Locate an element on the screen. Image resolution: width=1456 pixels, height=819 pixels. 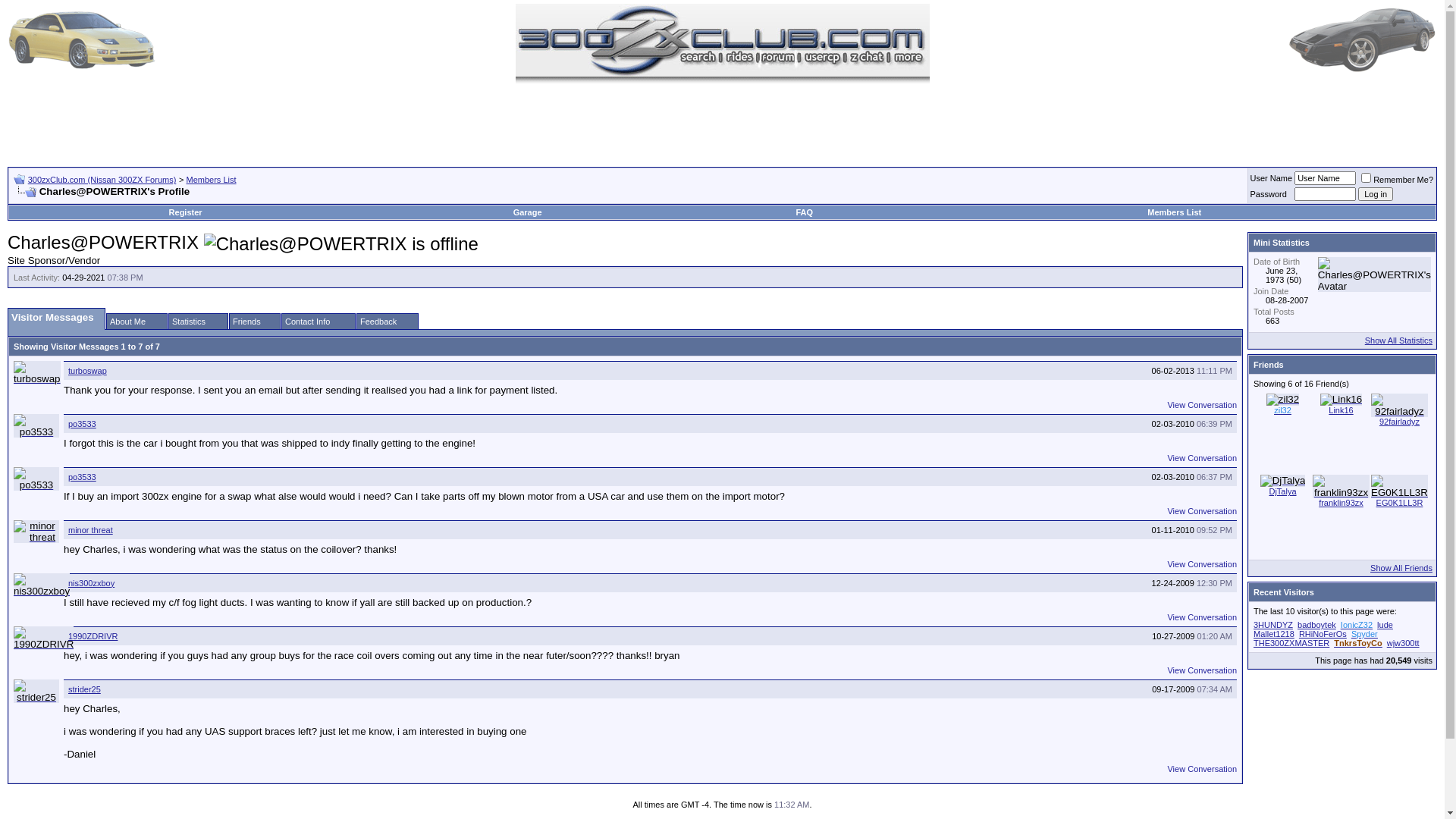
'po3533' is located at coordinates (36, 479).